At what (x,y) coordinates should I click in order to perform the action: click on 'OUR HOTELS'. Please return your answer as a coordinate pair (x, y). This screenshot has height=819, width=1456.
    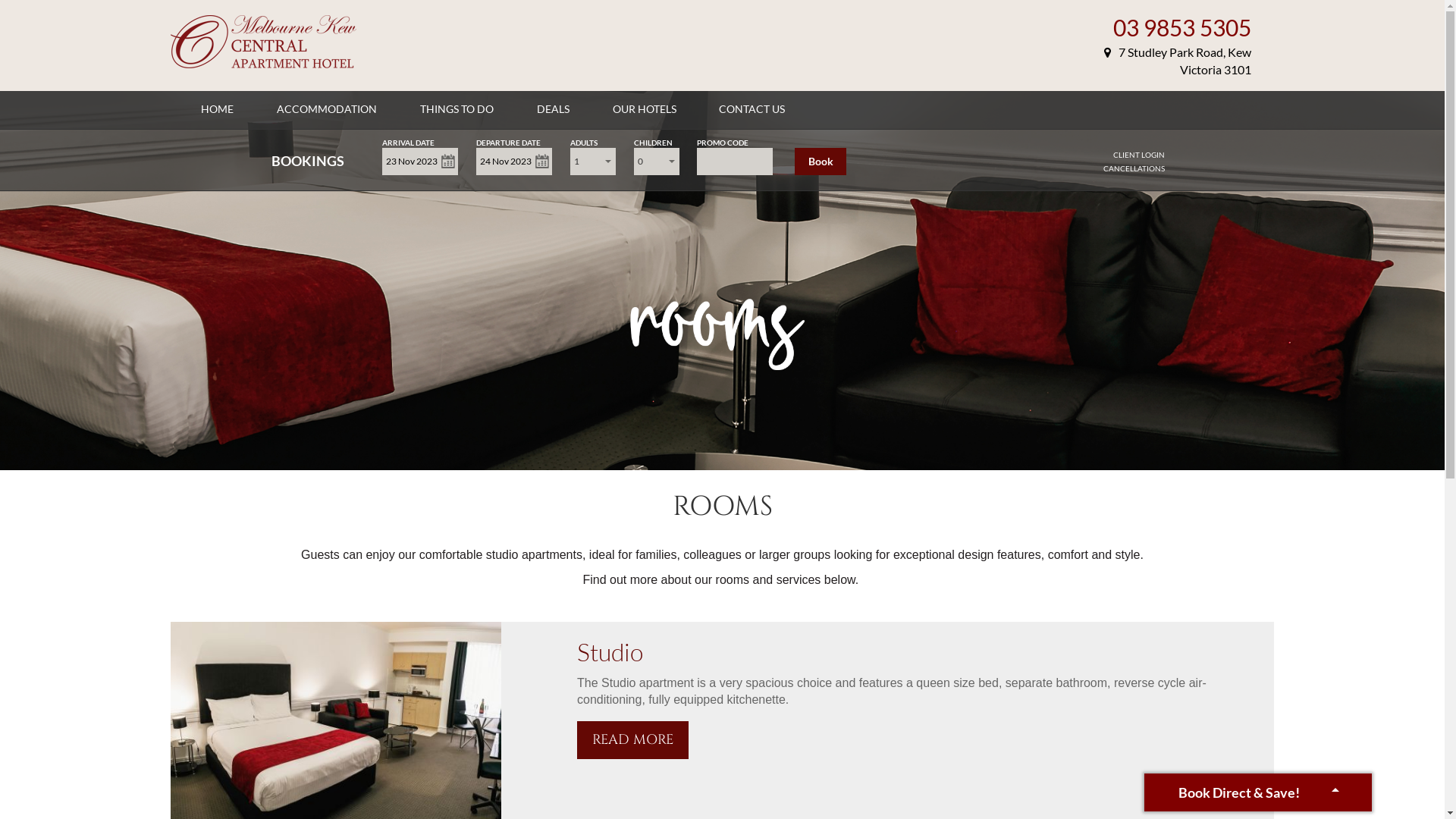
    Looking at the image, I should click on (644, 108).